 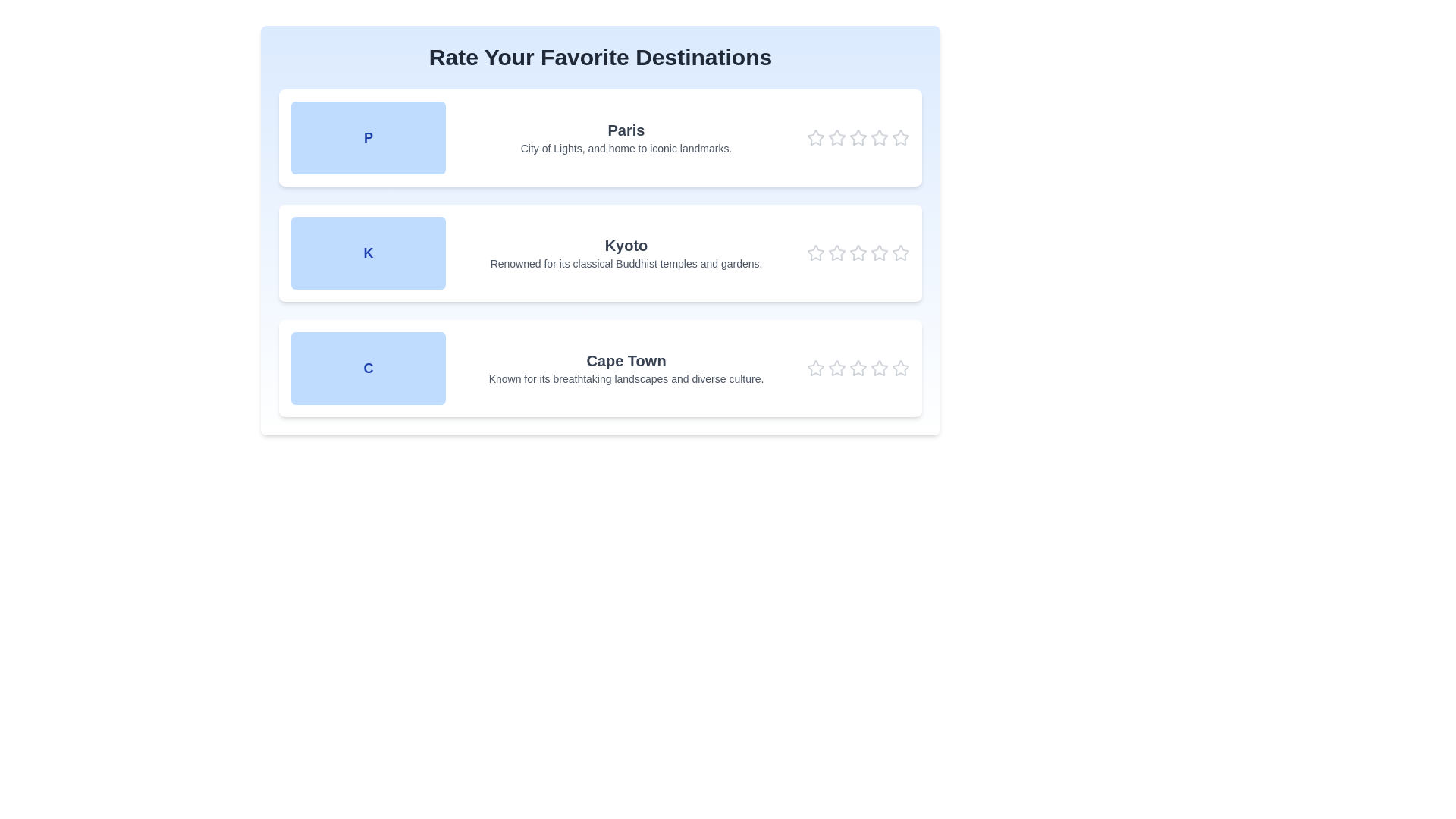 I want to click on the first star-shaped rating icon in the horizontal array to the right of the 'Paris' label, so click(x=814, y=137).